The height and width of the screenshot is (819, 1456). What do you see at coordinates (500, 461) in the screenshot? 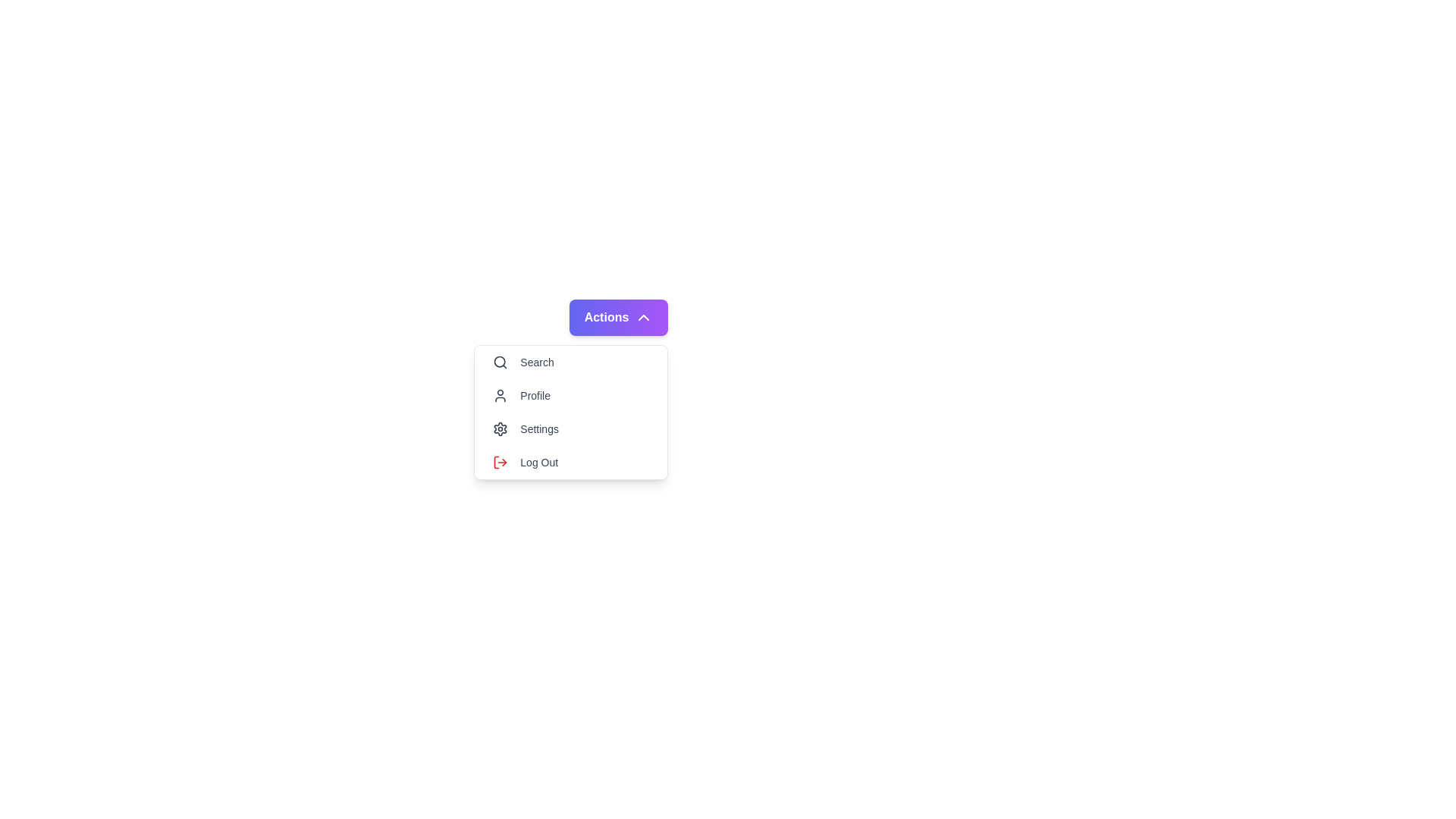
I see `the logout icon located at the top-left corner of the 'Log Out' button in the vertical menu list` at bounding box center [500, 461].